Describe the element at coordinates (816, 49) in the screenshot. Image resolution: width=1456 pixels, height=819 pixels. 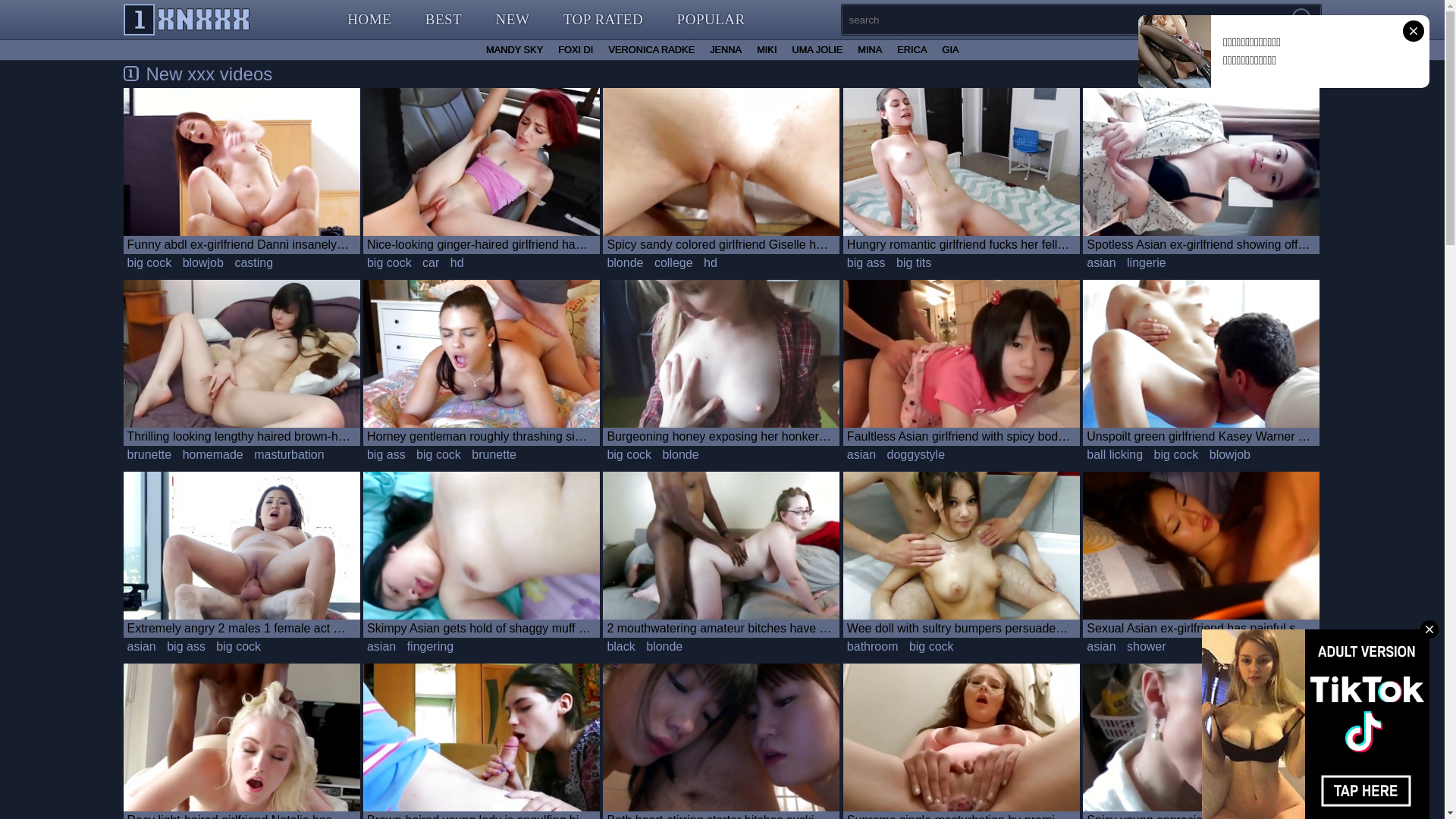
I see `'UMA JOLIE'` at that location.